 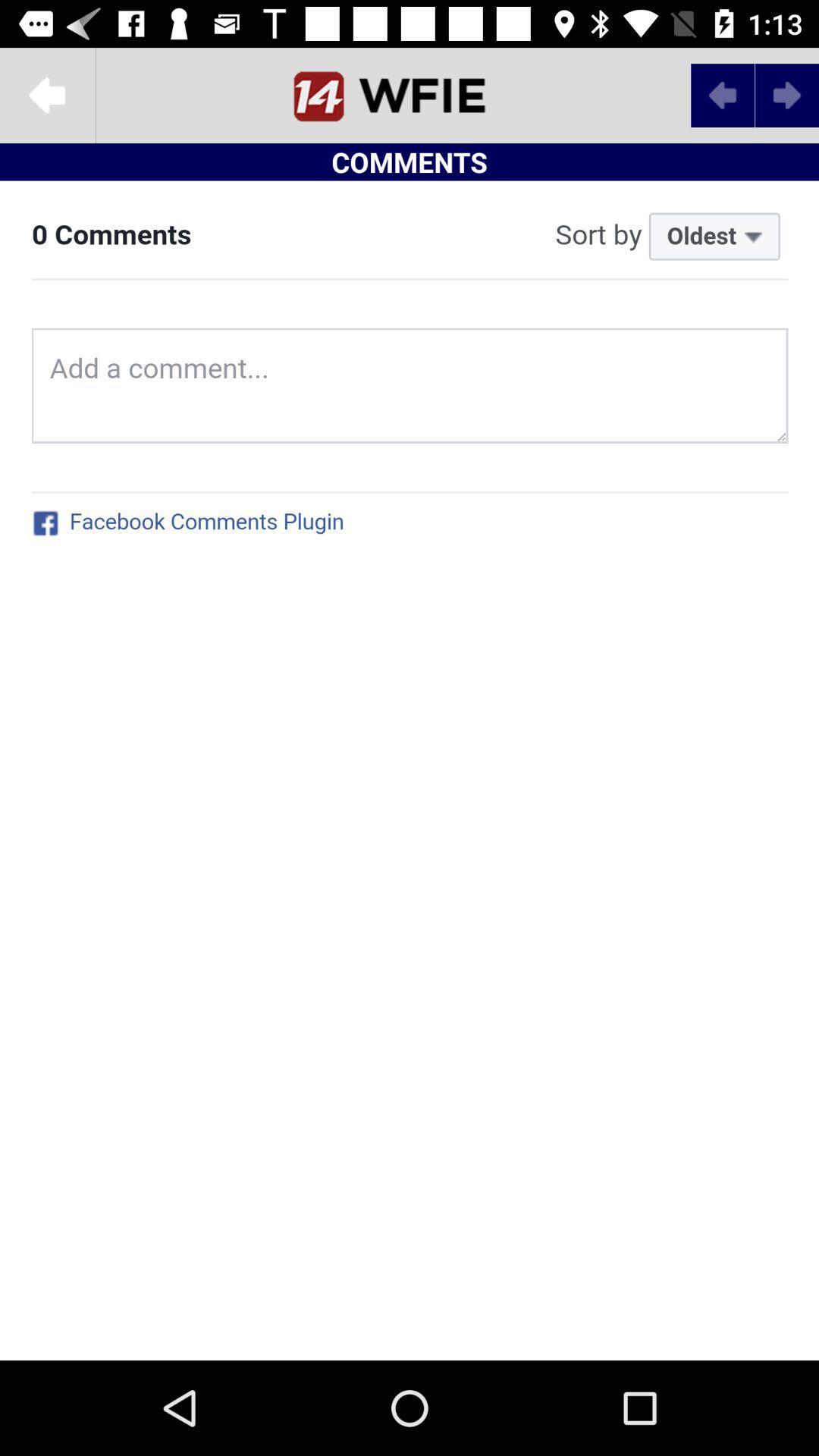 I want to click on previous, so click(x=722, y=94).